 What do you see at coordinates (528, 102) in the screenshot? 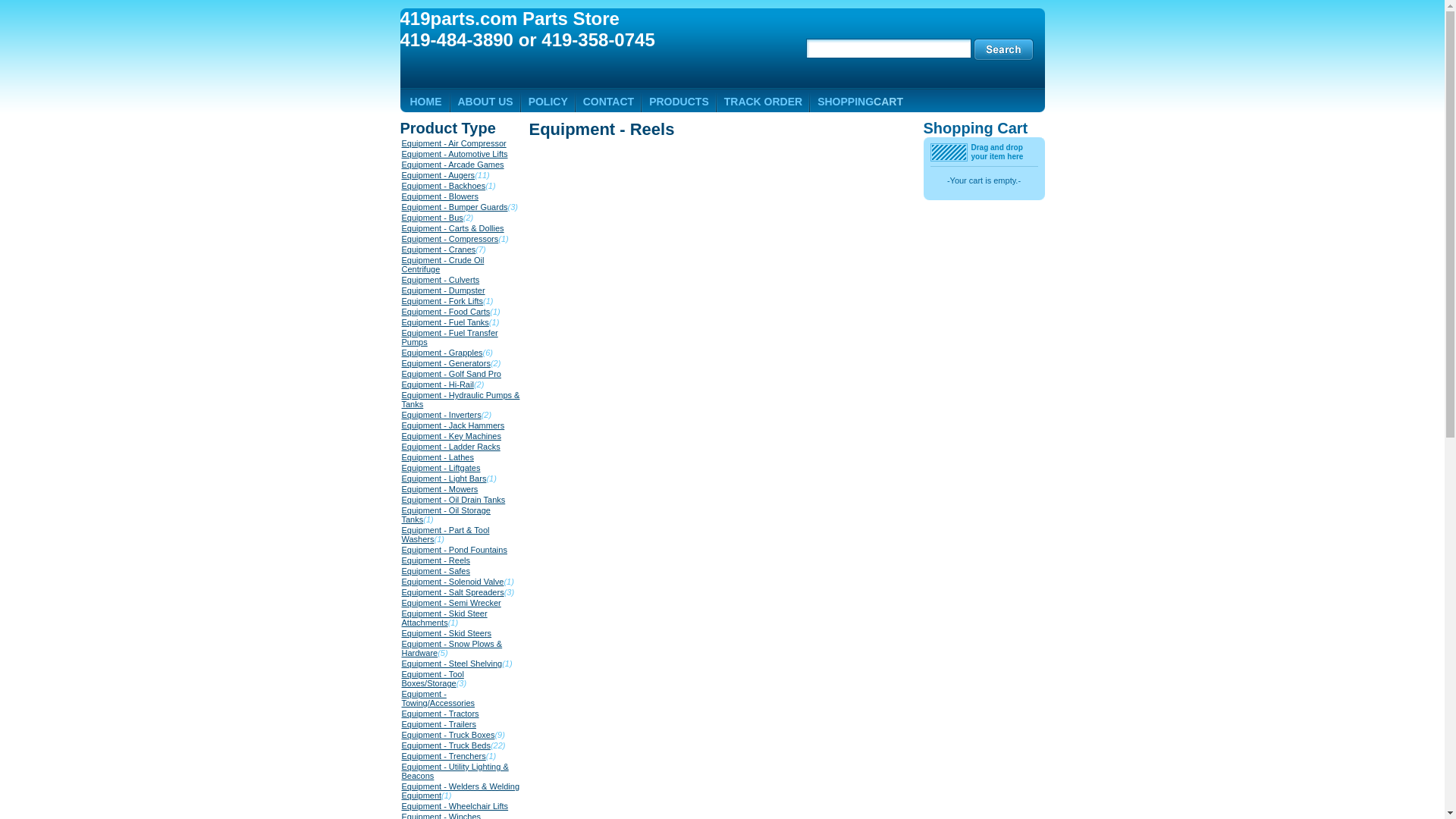
I see `'POLICY'` at bounding box center [528, 102].